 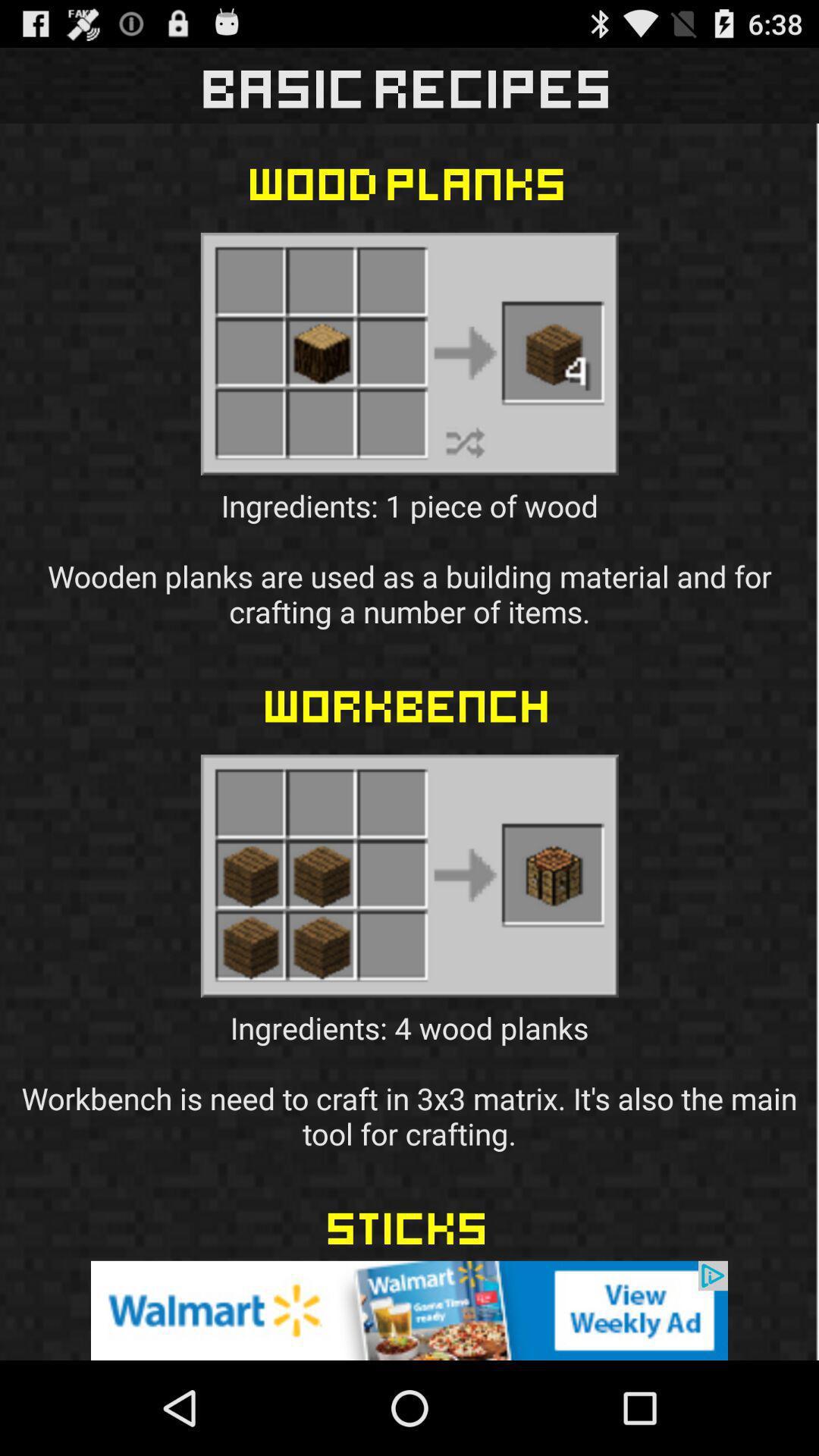 What do you see at coordinates (409, 1310) in the screenshot?
I see `icon below the ingredients 4 wood item` at bounding box center [409, 1310].